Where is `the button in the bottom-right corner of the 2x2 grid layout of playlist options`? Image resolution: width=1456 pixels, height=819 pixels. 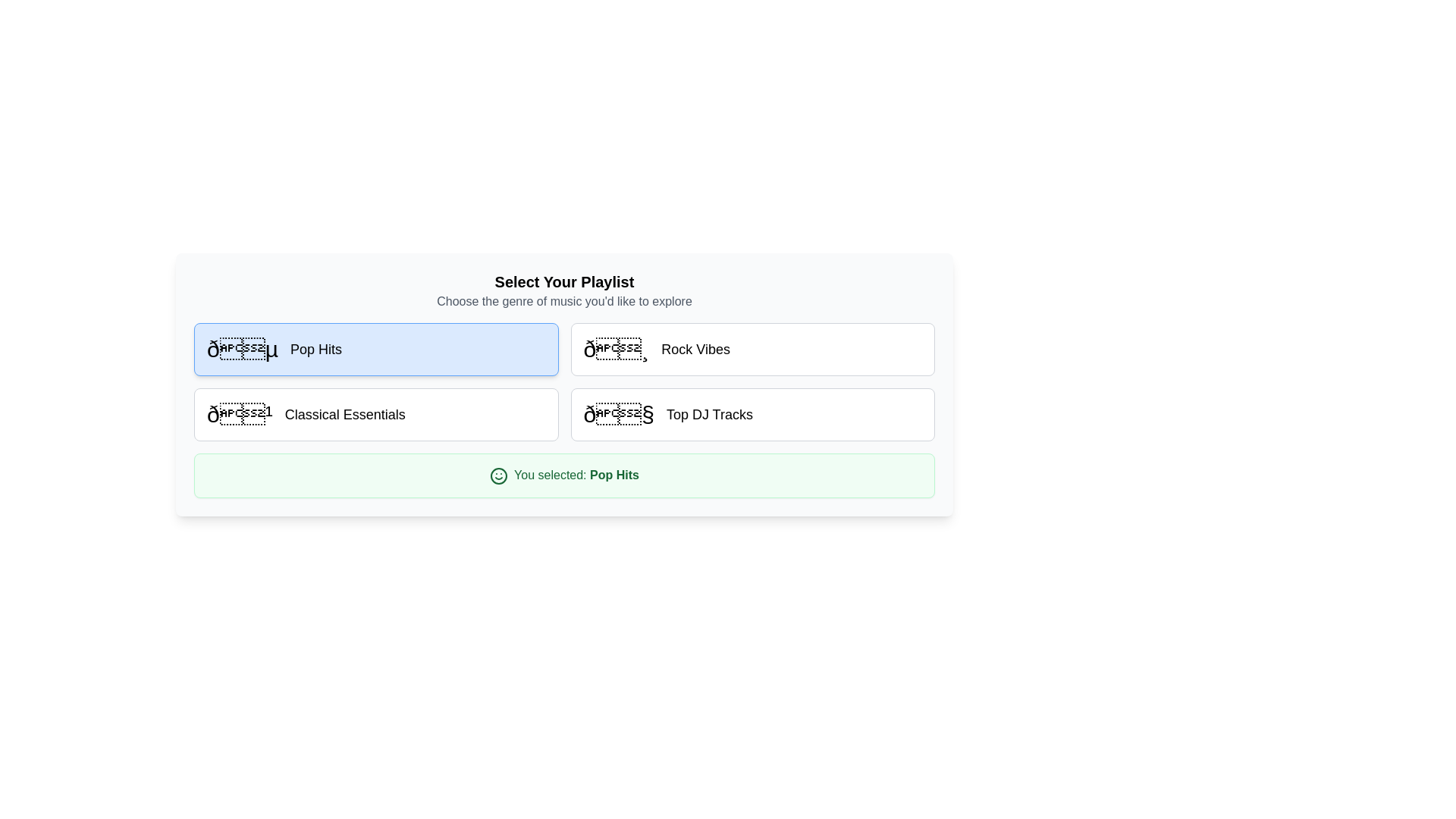 the button in the bottom-right corner of the 2x2 grid layout of playlist options is located at coordinates (752, 415).